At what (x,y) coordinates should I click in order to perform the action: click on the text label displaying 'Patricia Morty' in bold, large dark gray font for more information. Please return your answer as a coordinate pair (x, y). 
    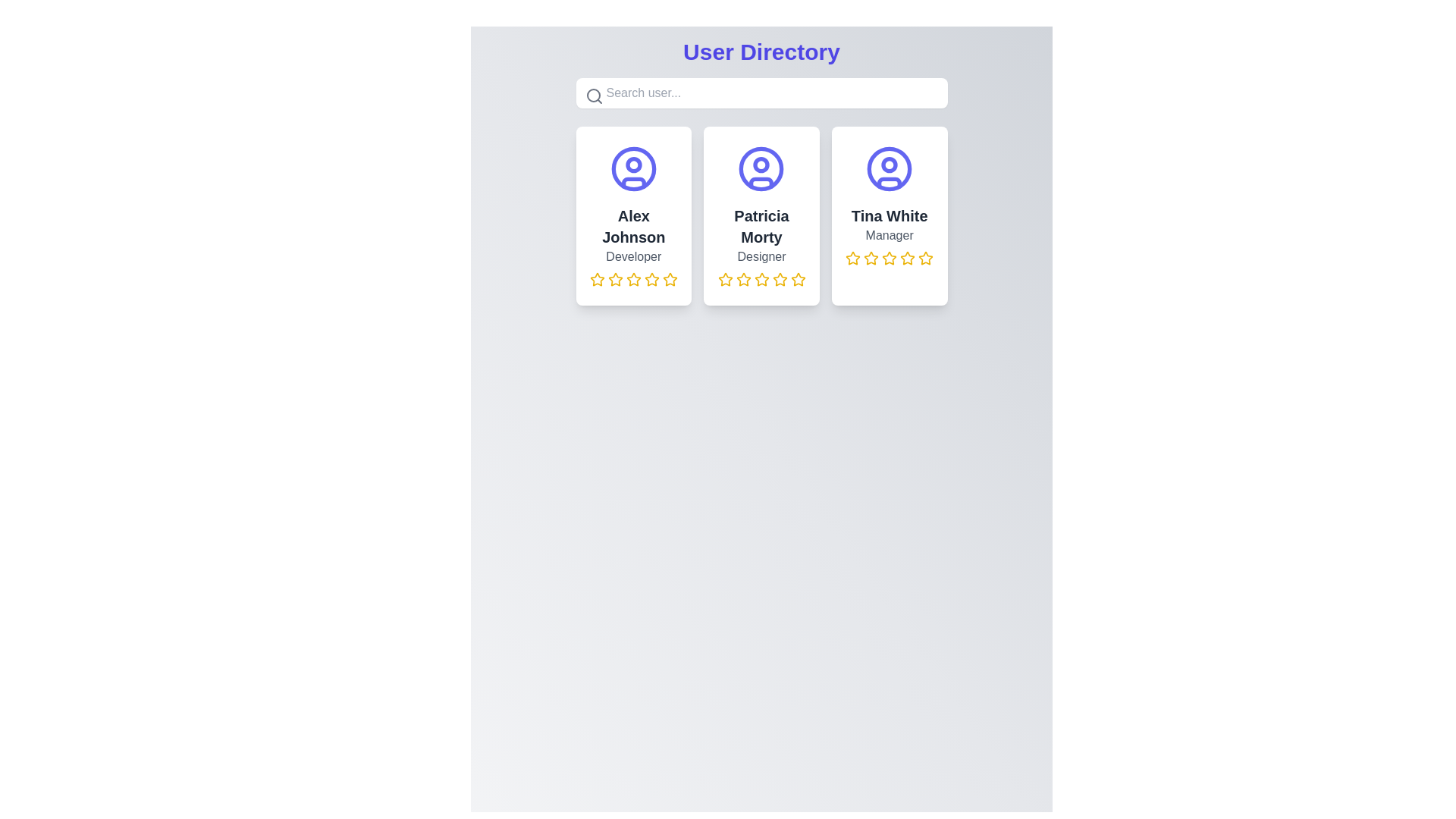
    Looking at the image, I should click on (761, 227).